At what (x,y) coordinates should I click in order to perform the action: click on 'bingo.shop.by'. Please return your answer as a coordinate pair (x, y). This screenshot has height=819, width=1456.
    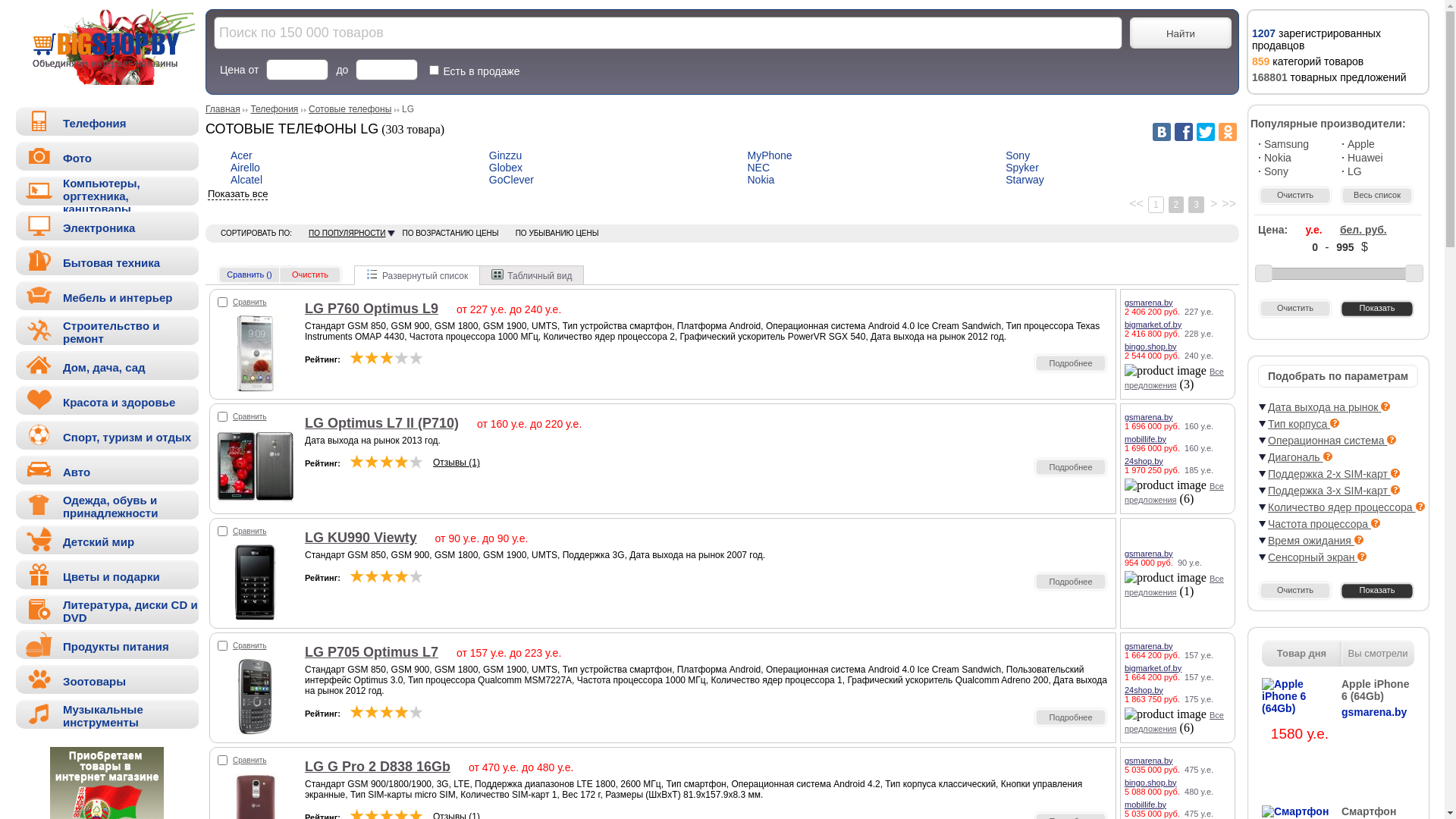
    Looking at the image, I should click on (1150, 783).